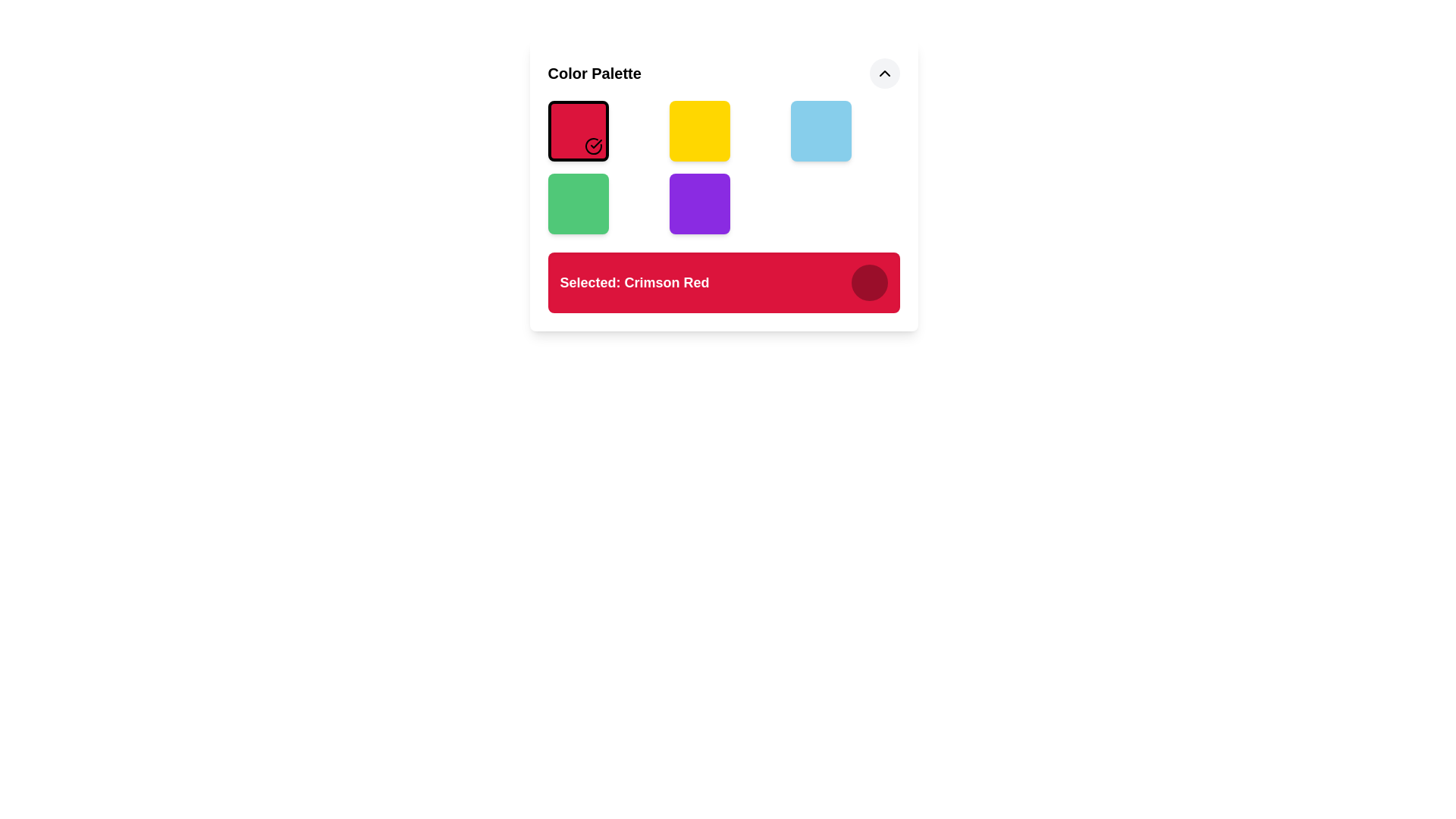 The width and height of the screenshot is (1456, 819). I want to click on the clickable color selection option representing cyan, located in the top row as the third item in a 3x2 grid within the color palette interface, to enhance its size effect, so click(820, 130).